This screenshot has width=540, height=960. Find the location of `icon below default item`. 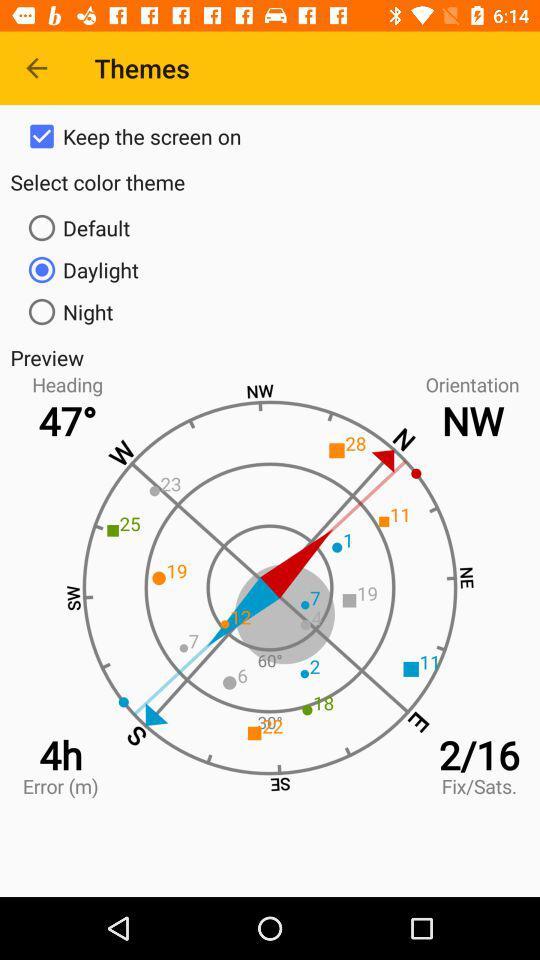

icon below default item is located at coordinates (270, 268).